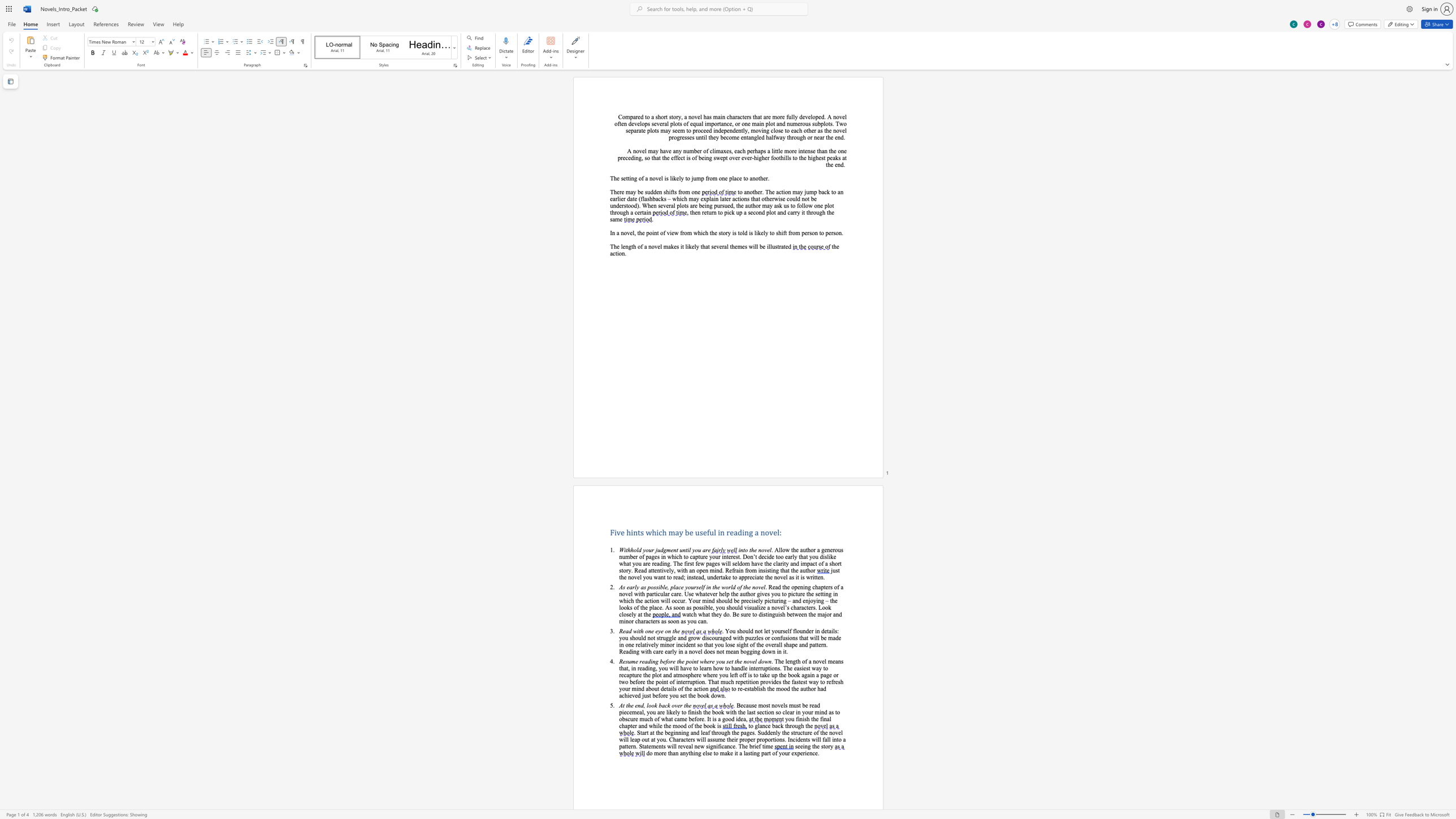 The width and height of the screenshot is (1456, 819). Describe the element at coordinates (623, 549) in the screenshot. I see `the space between the continuous character "W" and "i" in the text` at that location.